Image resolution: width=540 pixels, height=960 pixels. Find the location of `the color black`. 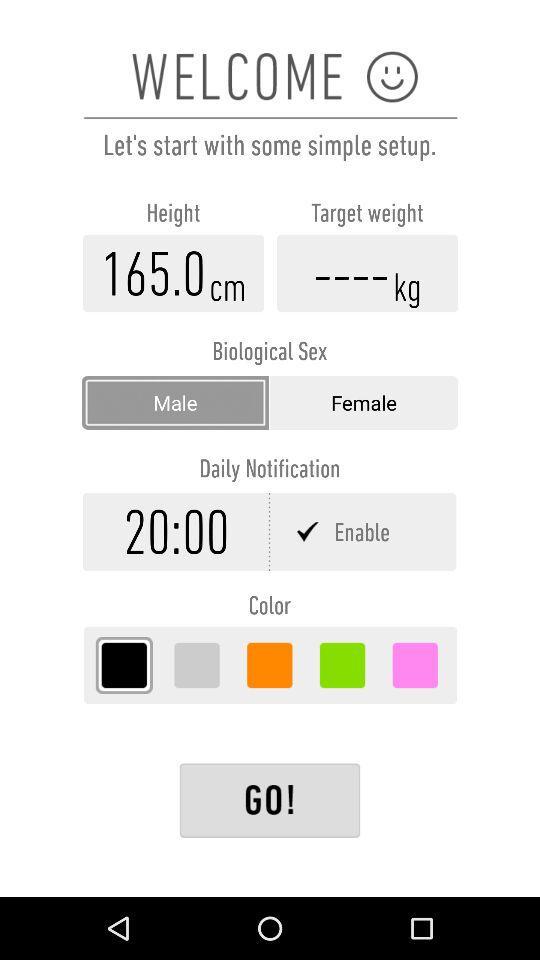

the color black is located at coordinates (124, 665).